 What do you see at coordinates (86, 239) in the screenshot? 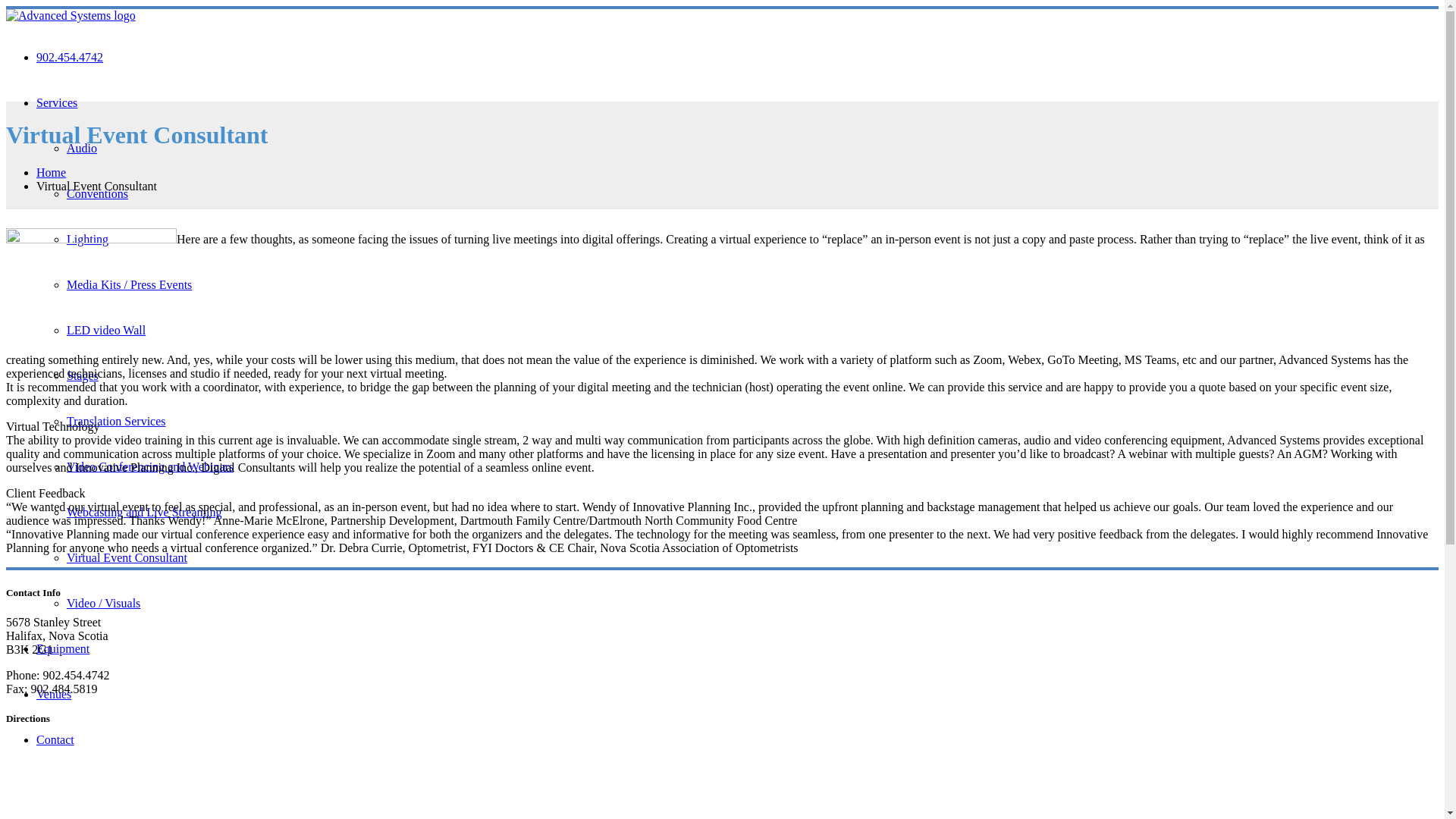
I see `'Lighting'` at bounding box center [86, 239].